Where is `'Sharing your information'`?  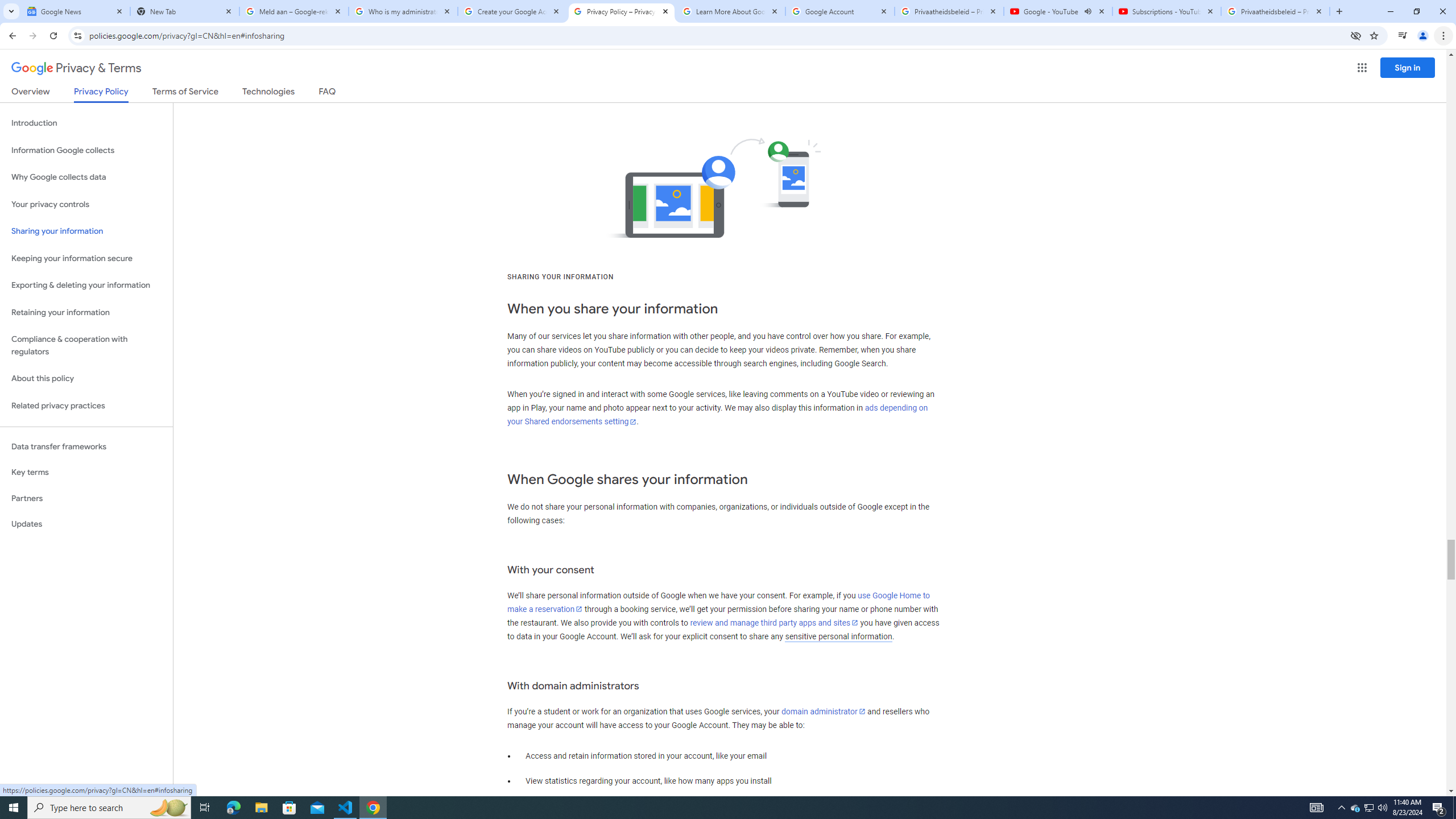 'Sharing your information' is located at coordinates (86, 230).